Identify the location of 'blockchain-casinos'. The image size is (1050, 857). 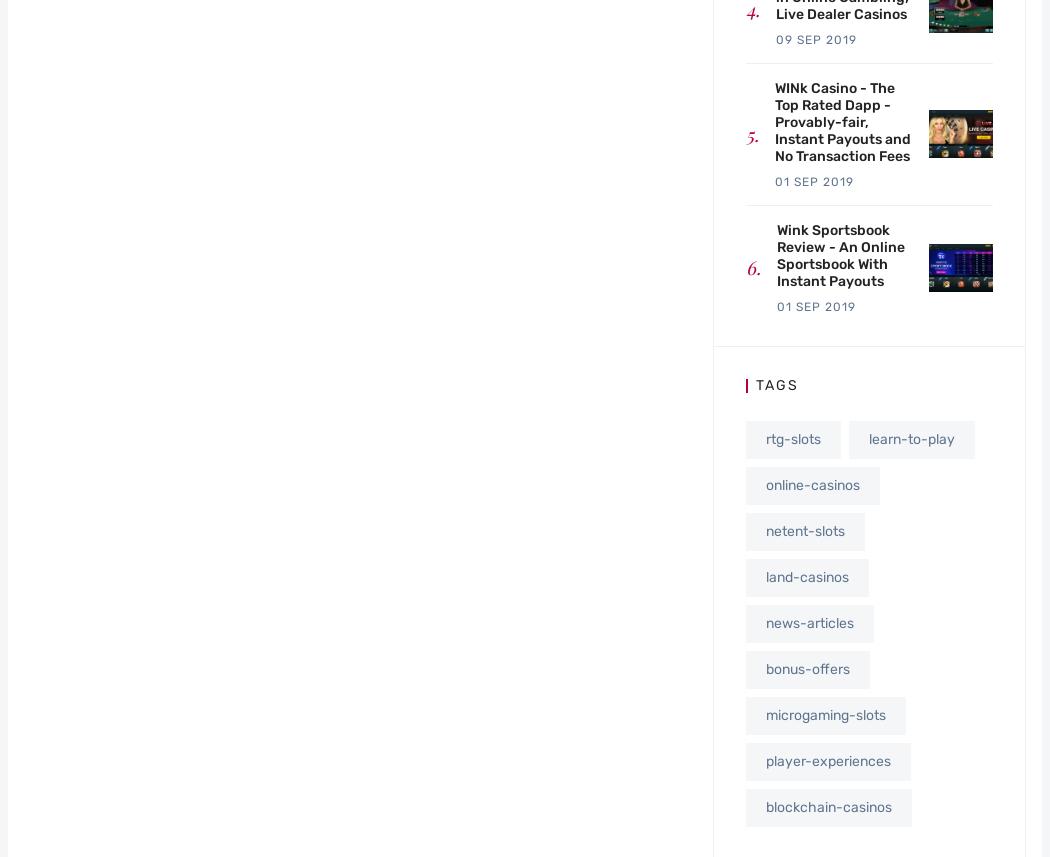
(828, 806).